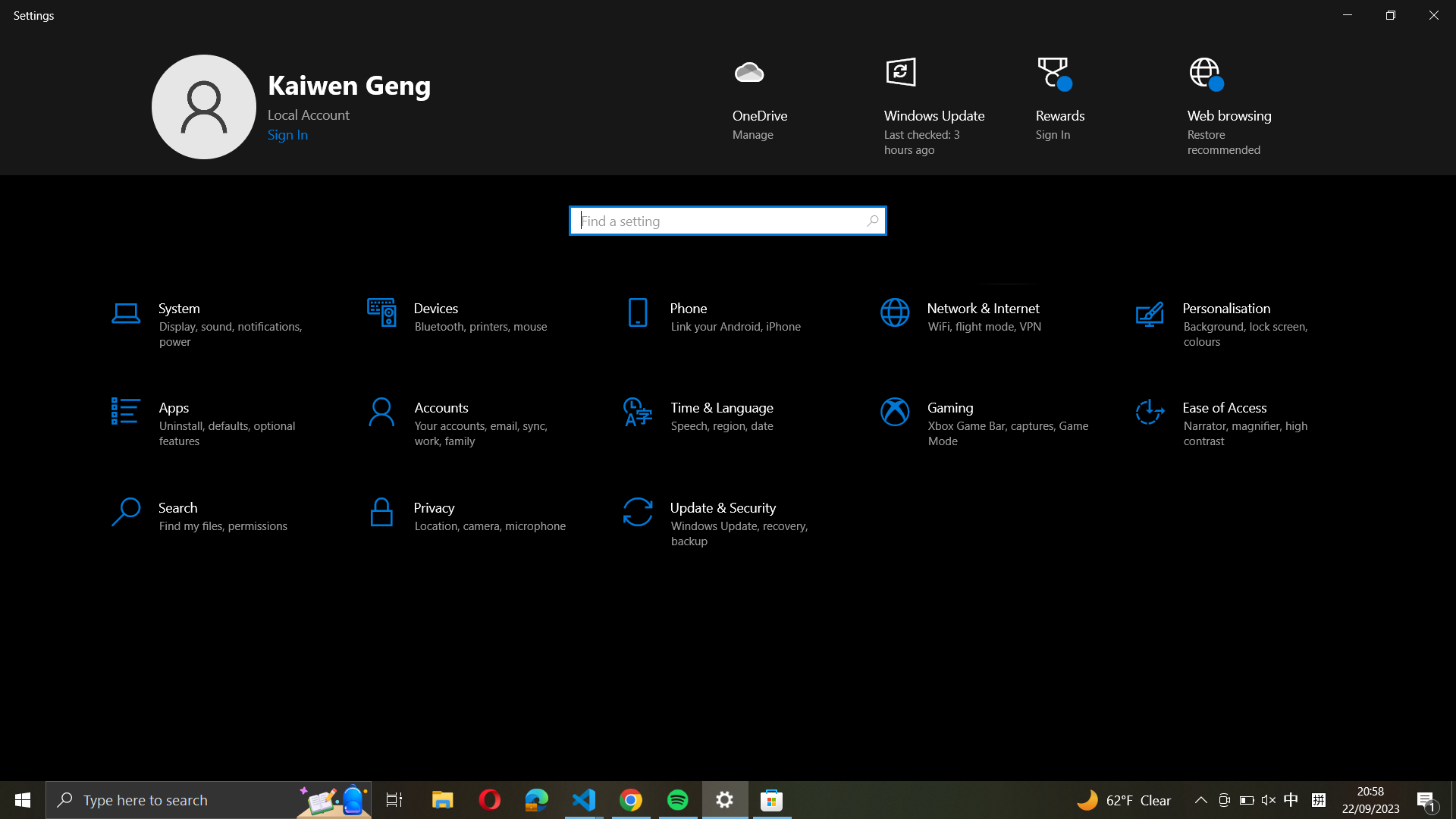 The image size is (1456, 819). Describe the element at coordinates (469, 325) in the screenshot. I see `the "Devices" settings` at that location.